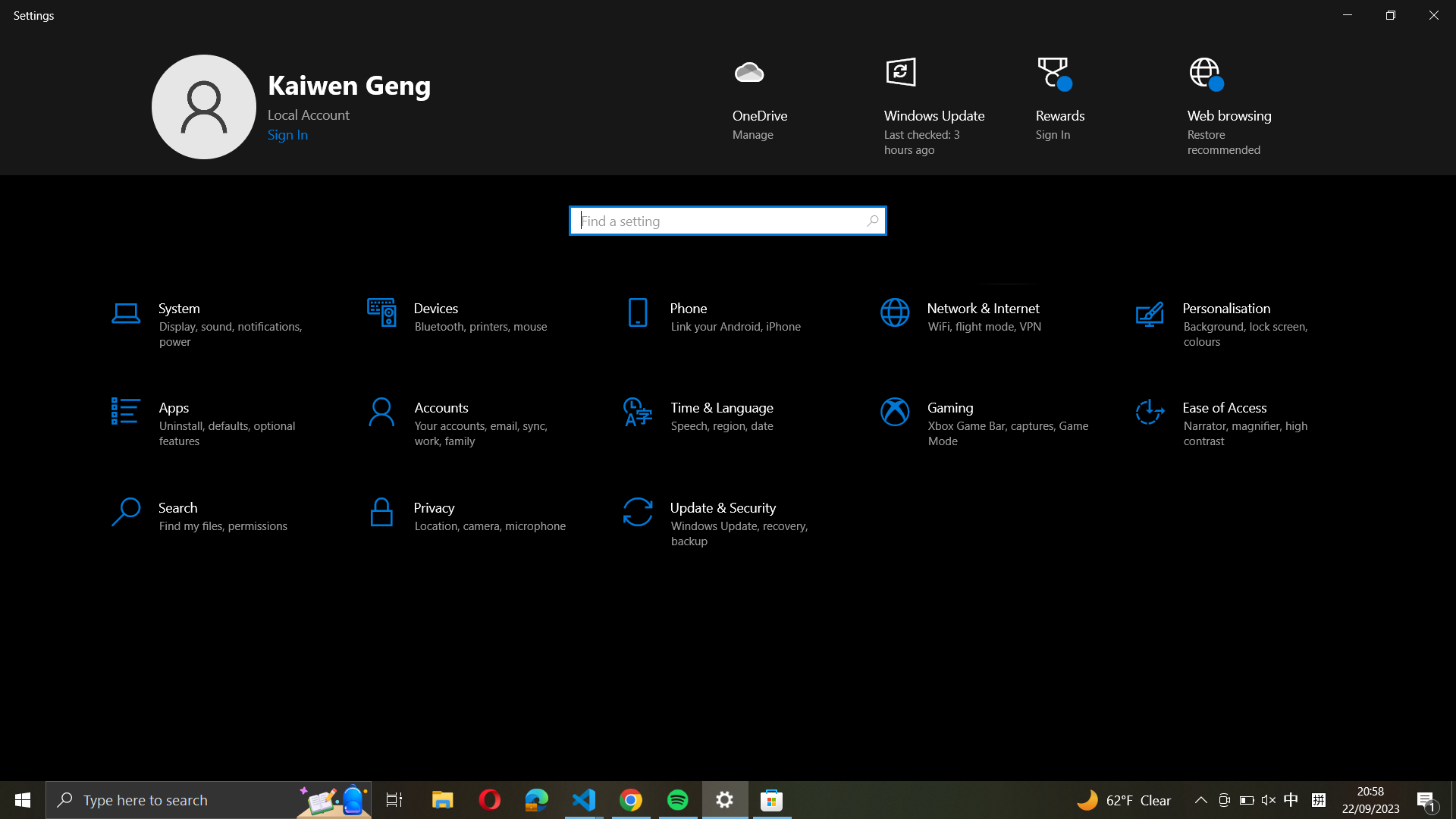 The image size is (1456, 819). Describe the element at coordinates (469, 325) in the screenshot. I see `the "Devices" settings` at that location.